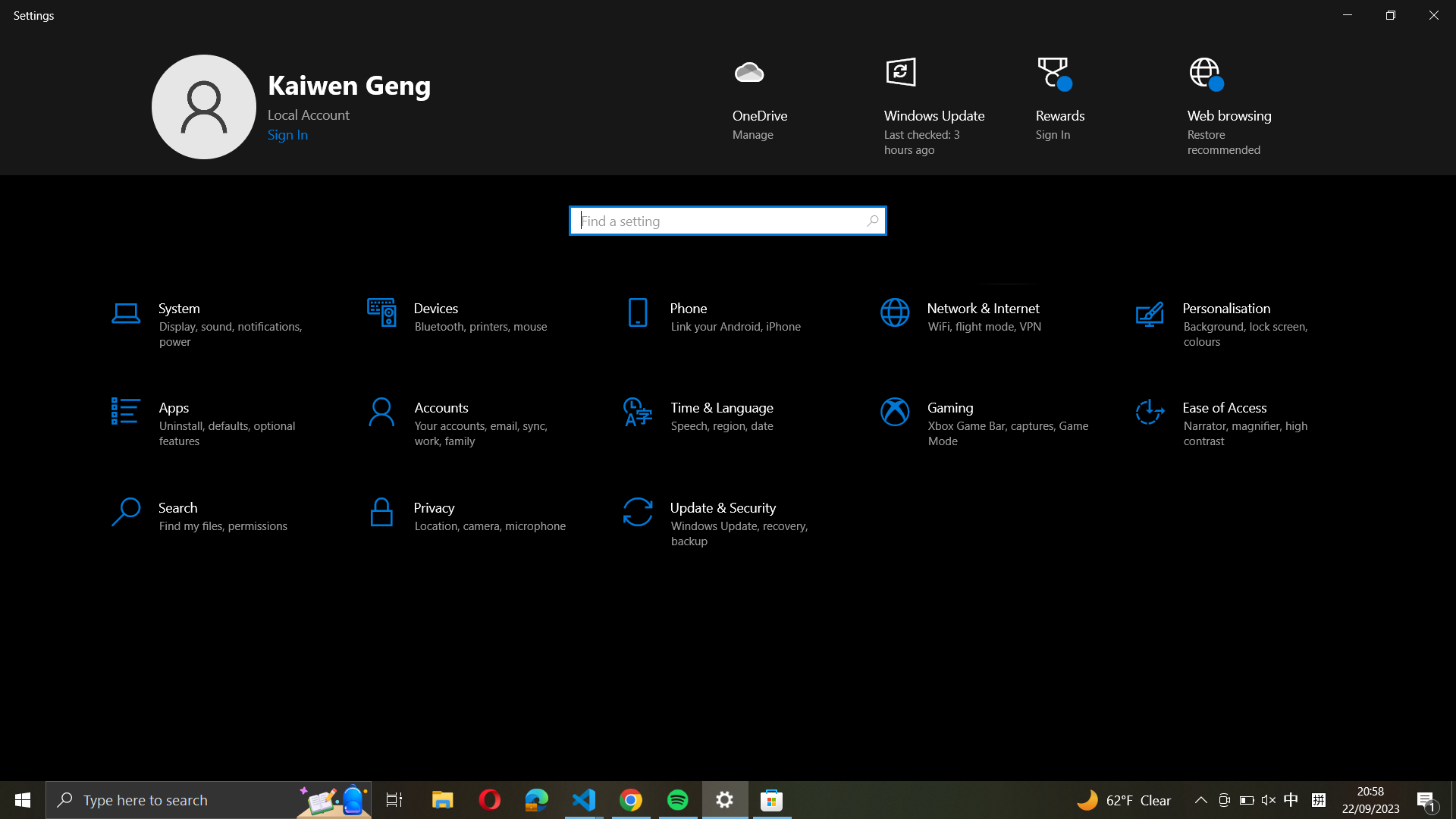 The image size is (1456, 819). Describe the element at coordinates (469, 325) in the screenshot. I see `the "Devices" settings` at that location.